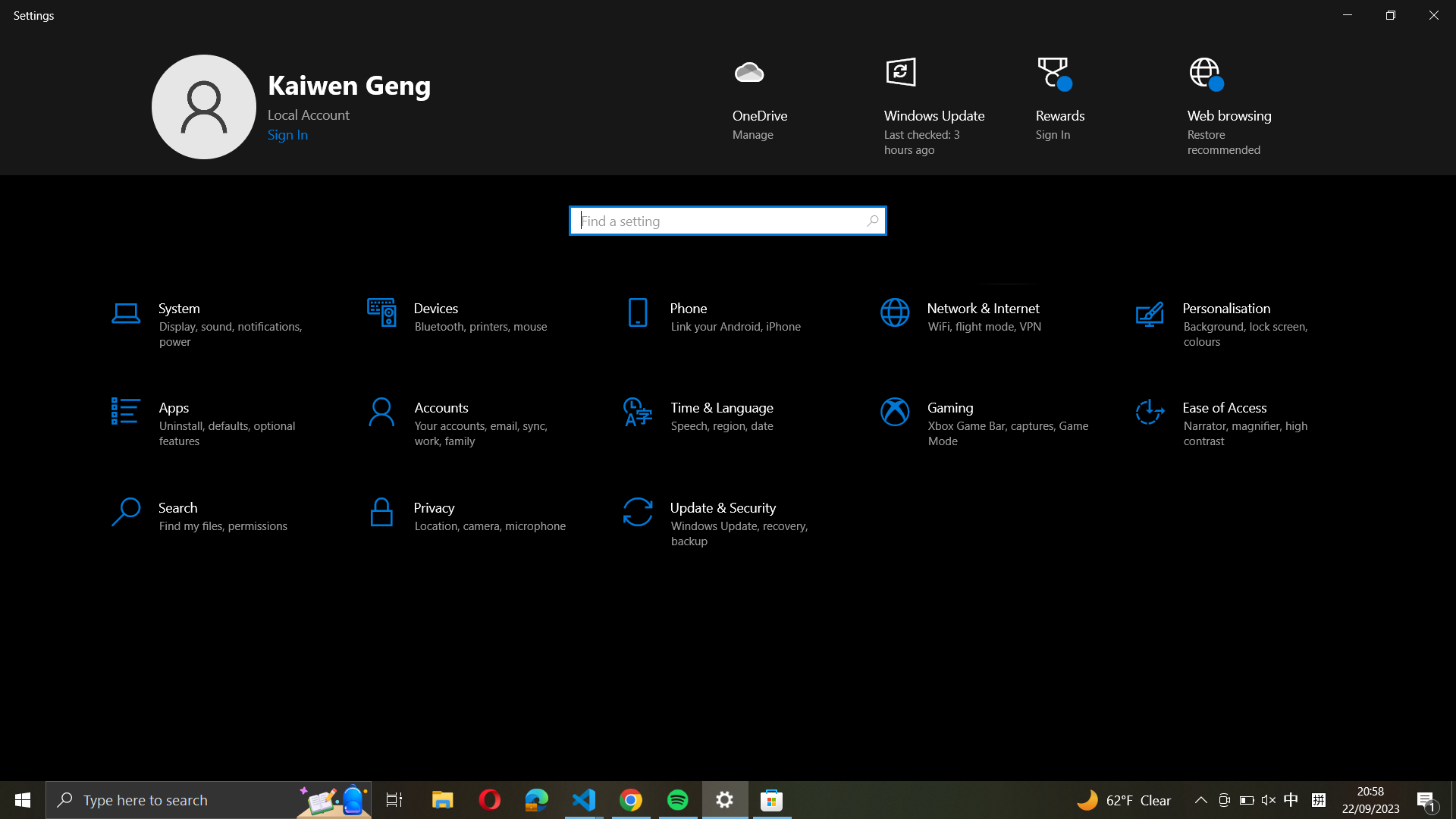 The image size is (1456, 819). Describe the element at coordinates (469, 325) in the screenshot. I see `the "Devices" settings` at that location.